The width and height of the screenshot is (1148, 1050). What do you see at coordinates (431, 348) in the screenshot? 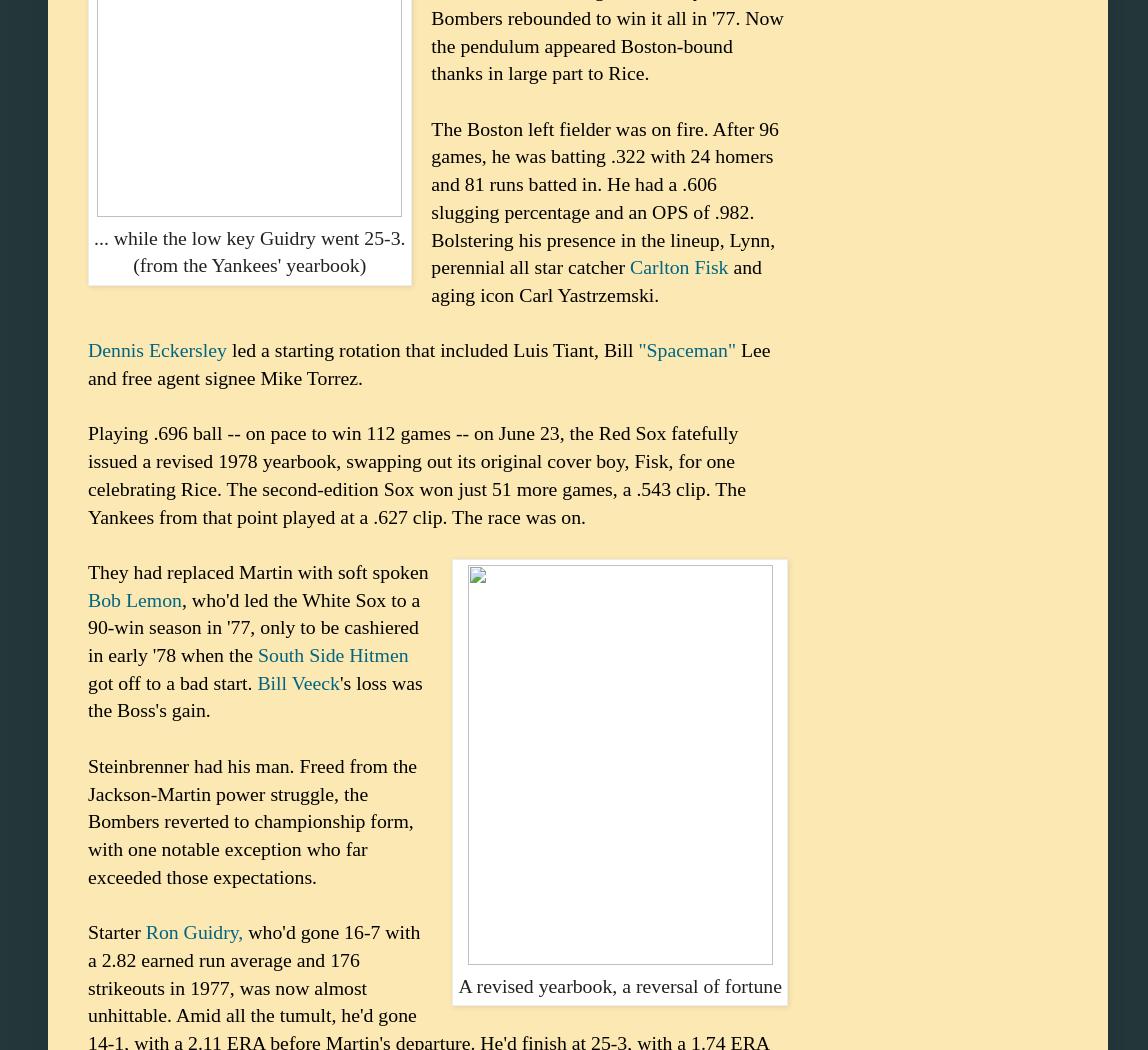
I see `'led a starting rotation that included Luis Tiant, Bill'` at bounding box center [431, 348].